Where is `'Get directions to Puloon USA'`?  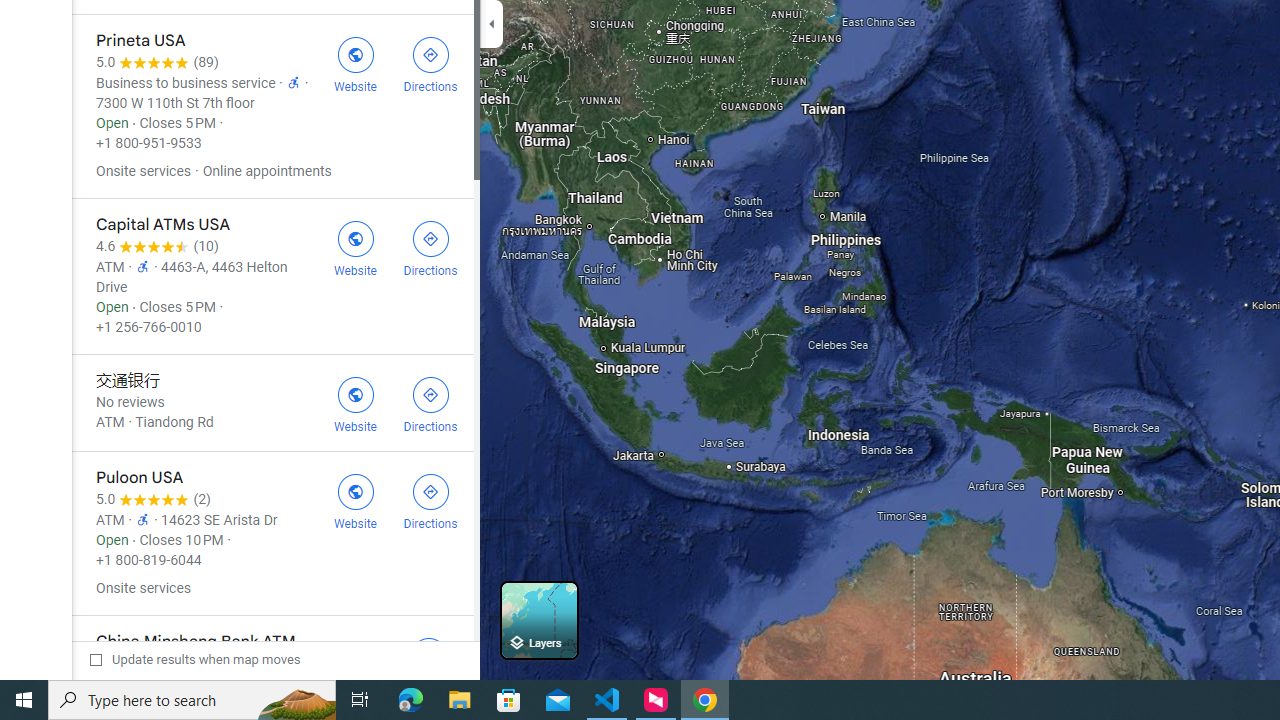
'Get directions to Puloon USA' is located at coordinates (429, 499).